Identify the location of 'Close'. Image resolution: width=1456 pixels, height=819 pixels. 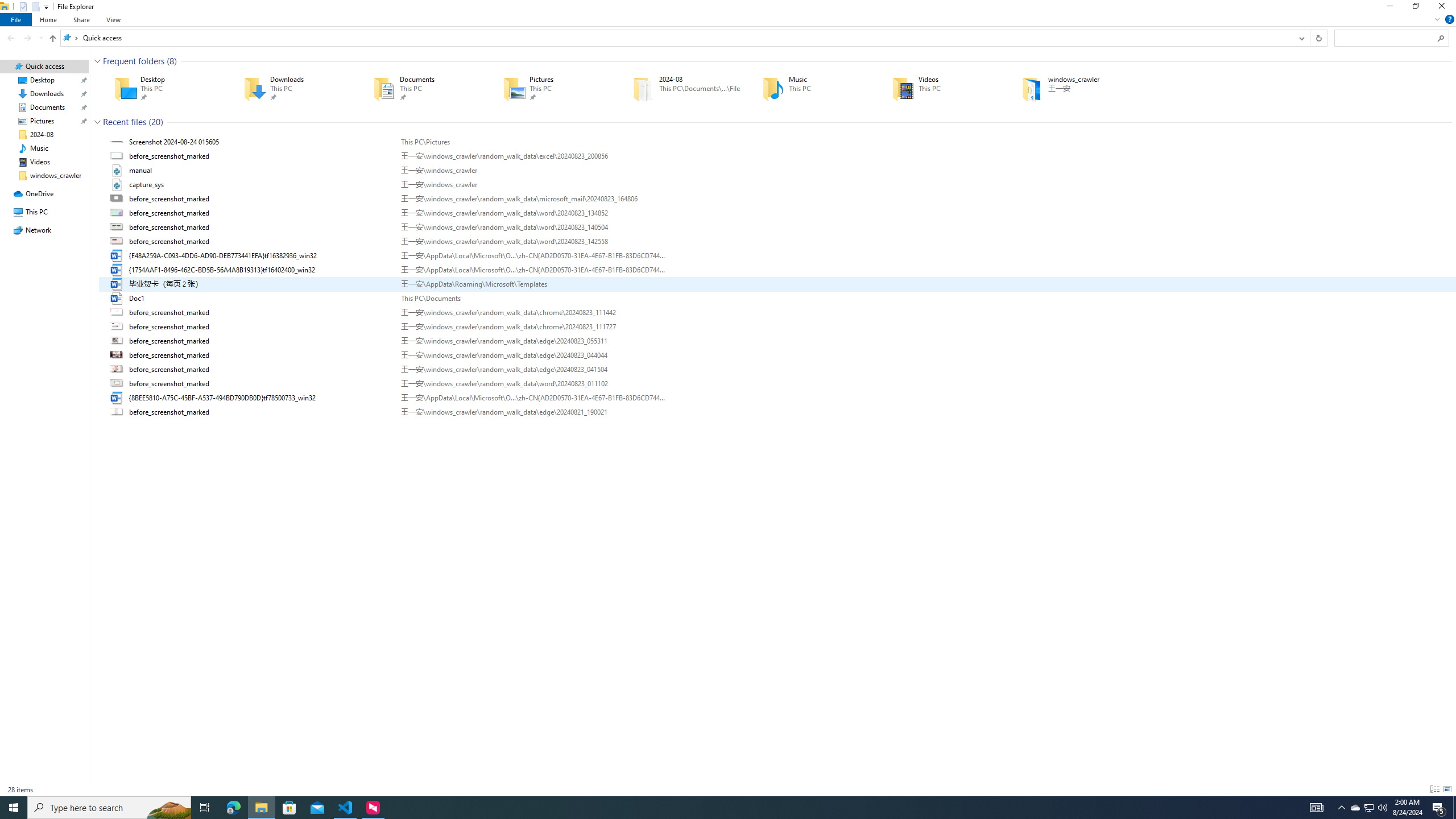
(1444, 9).